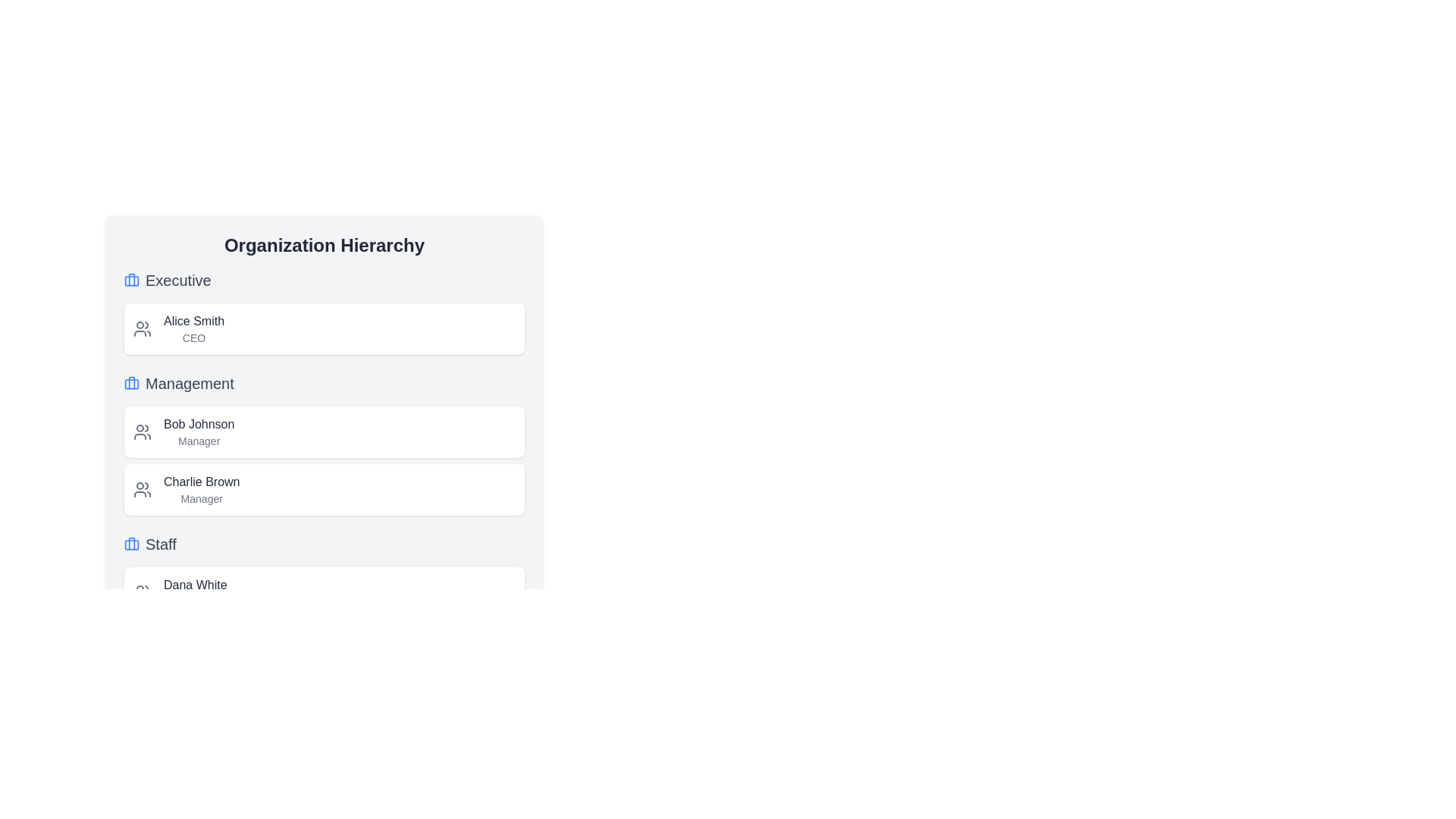  Describe the element at coordinates (201, 482) in the screenshot. I see `the text element that displays the name 'Charlie Brown' and the role 'Manager' within the 'Management' group` at that location.